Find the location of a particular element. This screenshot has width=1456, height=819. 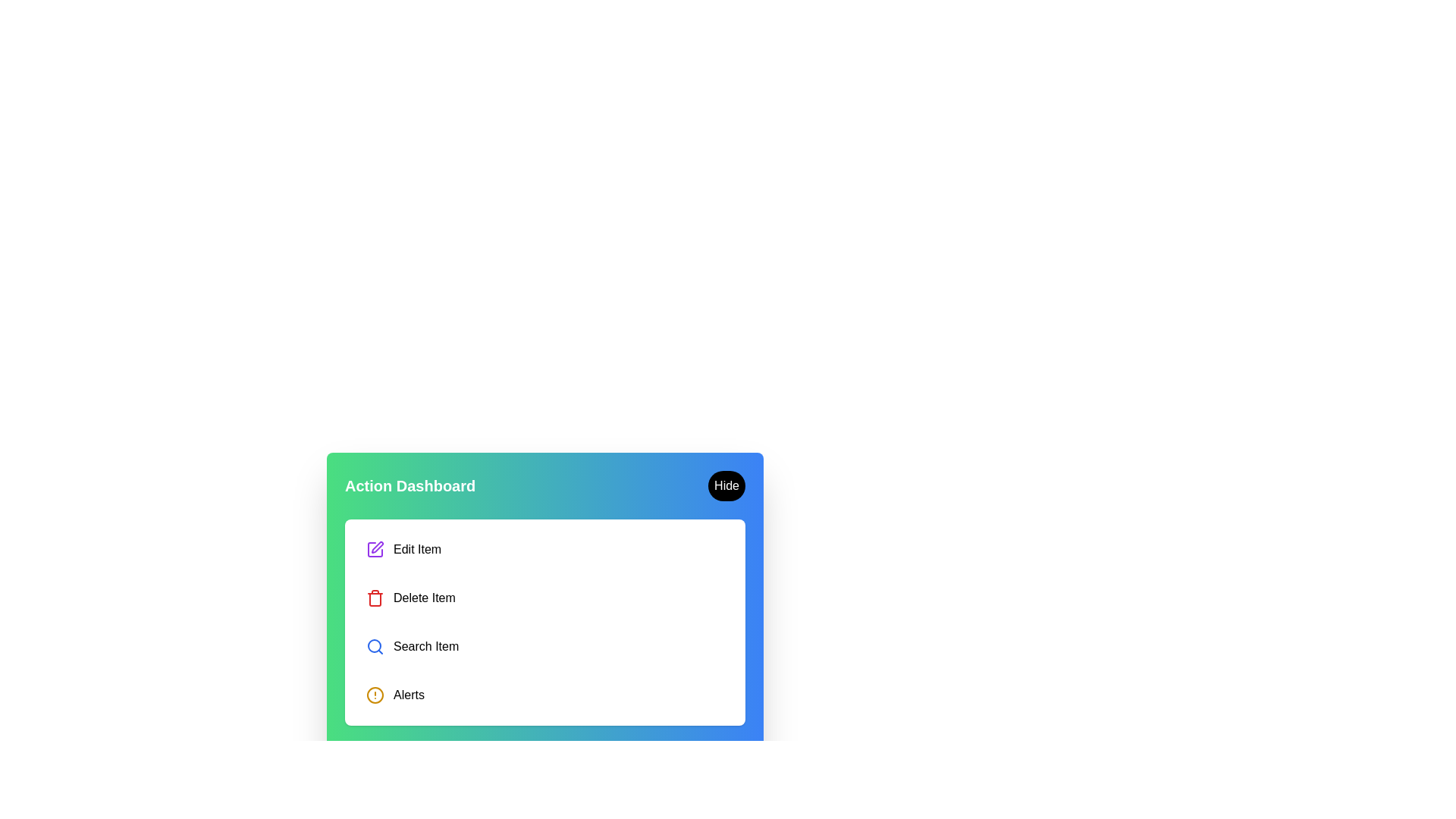

the 'Search Item' text label, which is styled in black font and positioned next to a magnifying glass icon in the Action Dashboard panel is located at coordinates (425, 646).